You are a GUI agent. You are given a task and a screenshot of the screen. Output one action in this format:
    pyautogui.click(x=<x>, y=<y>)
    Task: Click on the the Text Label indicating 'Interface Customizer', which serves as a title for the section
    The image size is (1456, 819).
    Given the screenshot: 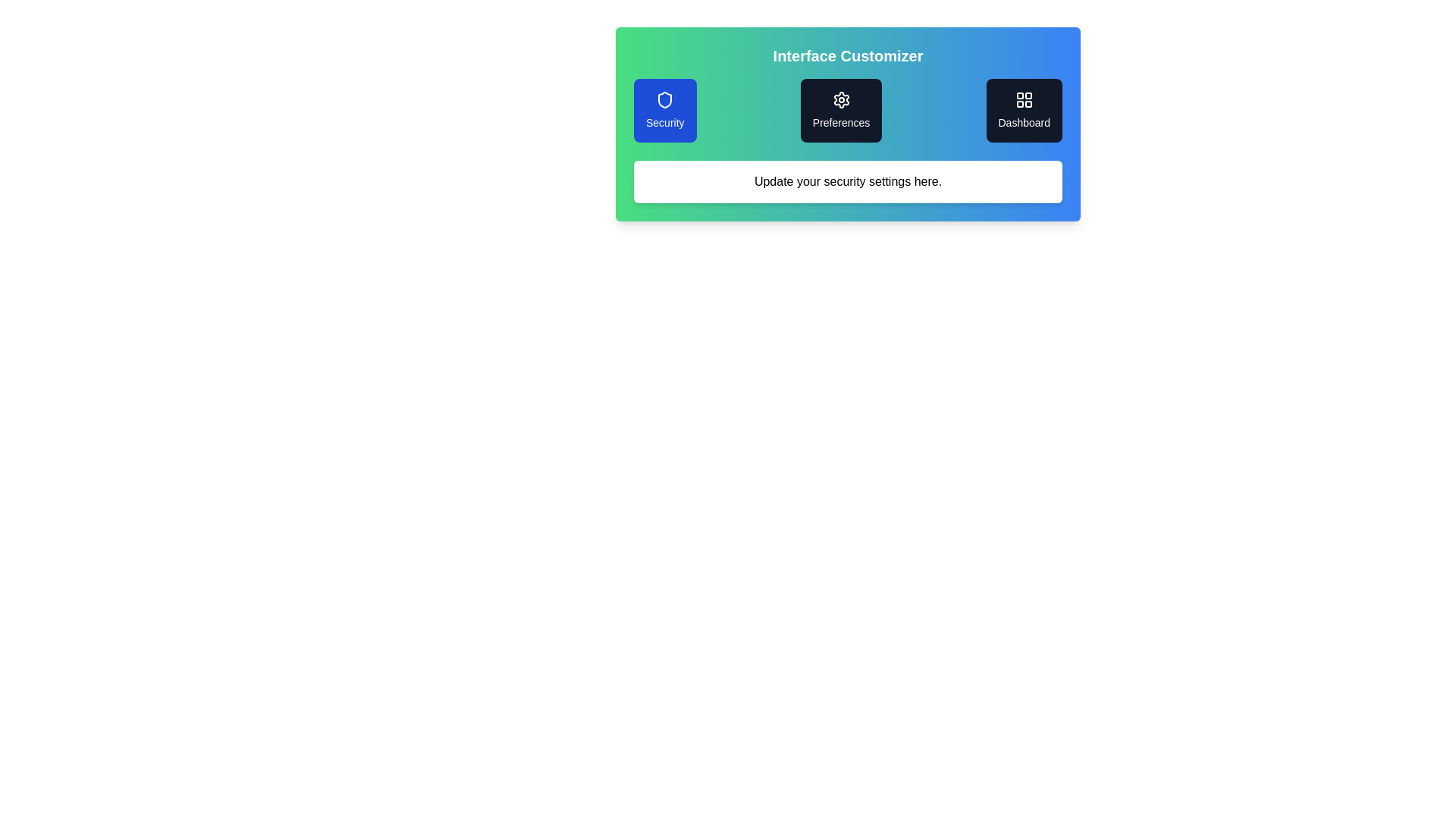 What is the action you would take?
    pyautogui.click(x=847, y=55)
    